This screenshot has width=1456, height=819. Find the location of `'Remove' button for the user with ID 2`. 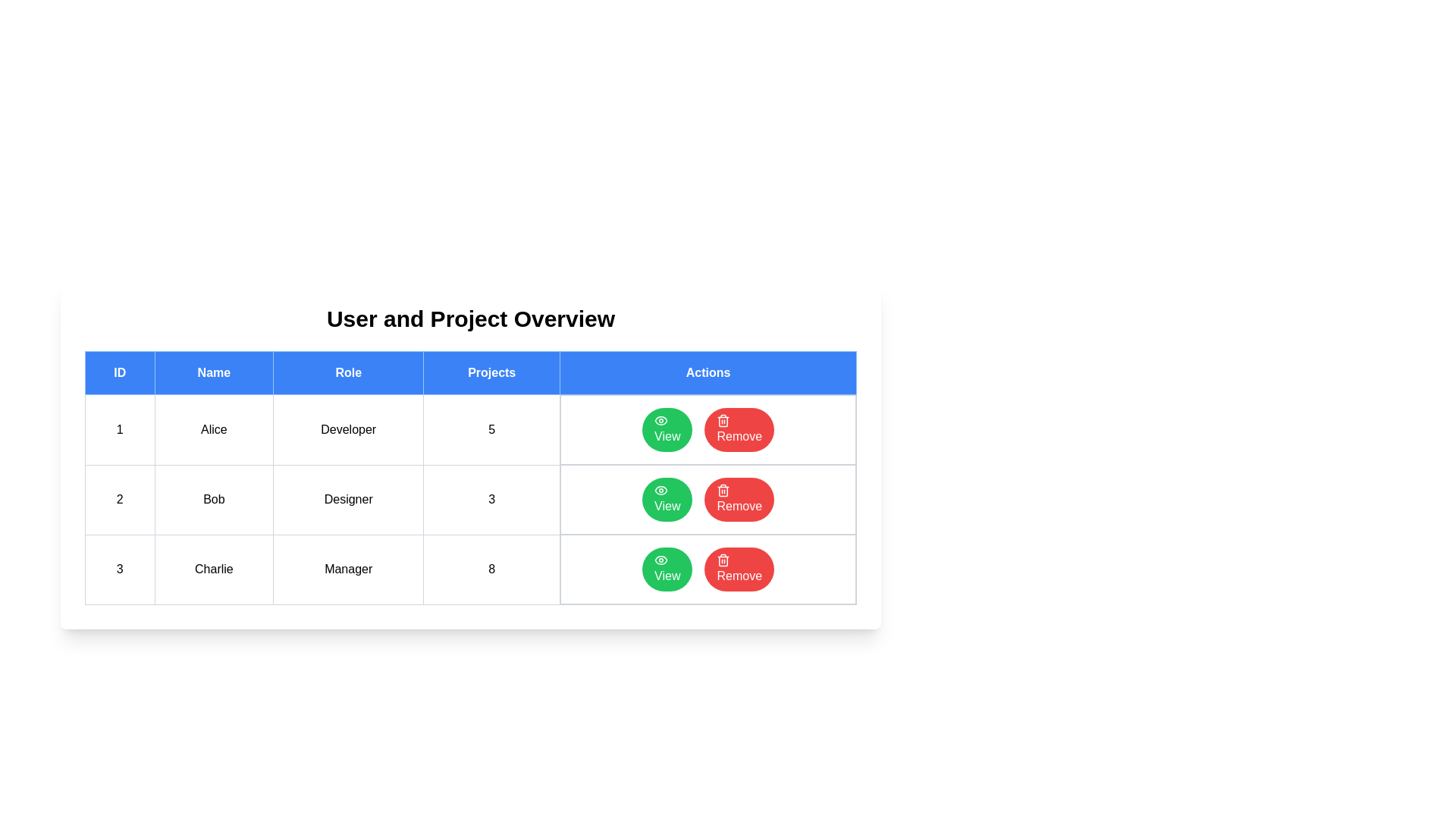

'Remove' button for the user with ID 2 is located at coordinates (739, 500).